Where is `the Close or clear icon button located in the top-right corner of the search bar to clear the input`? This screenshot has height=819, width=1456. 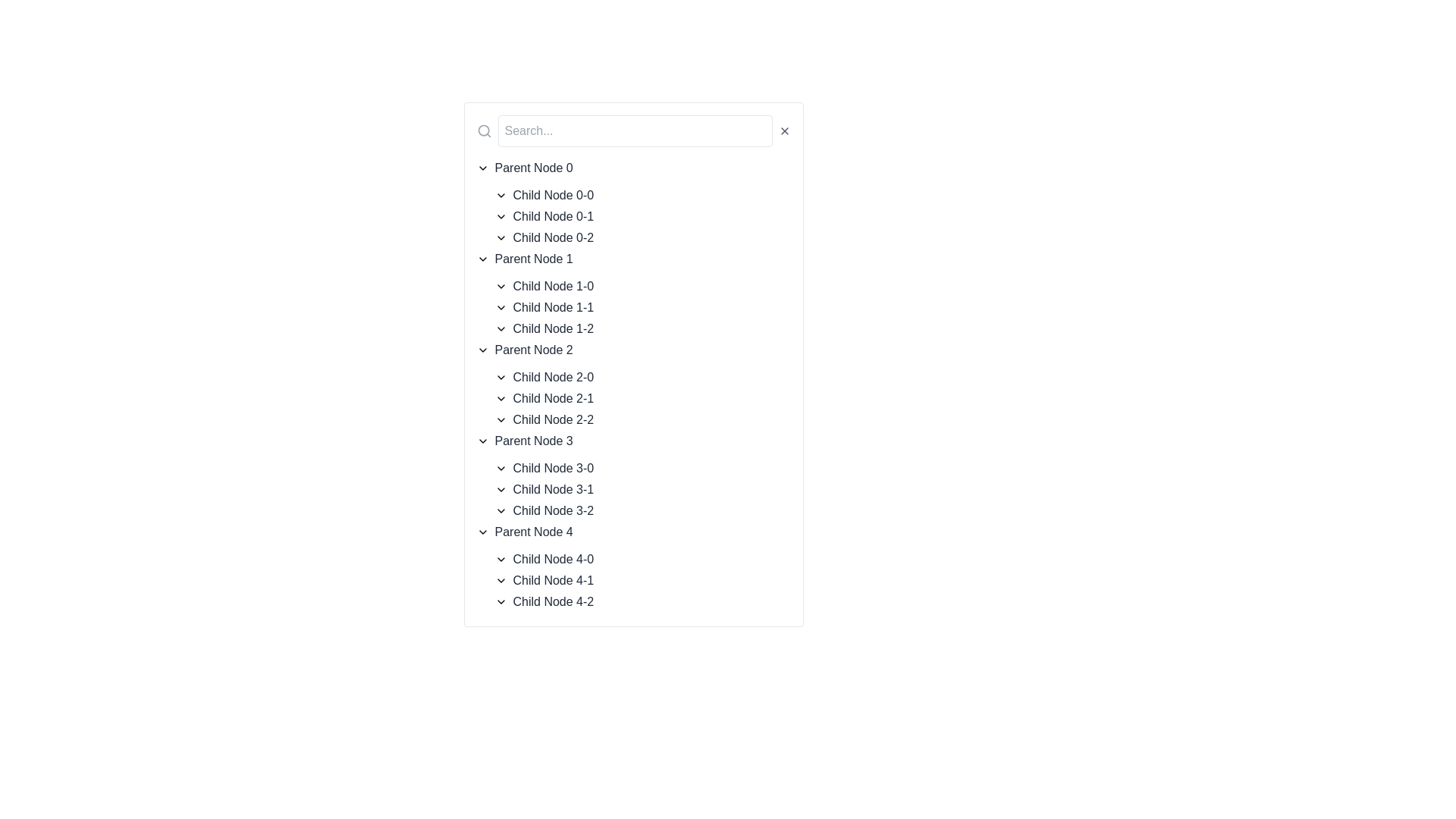 the Close or clear icon button located in the top-right corner of the search bar to clear the input is located at coordinates (784, 130).